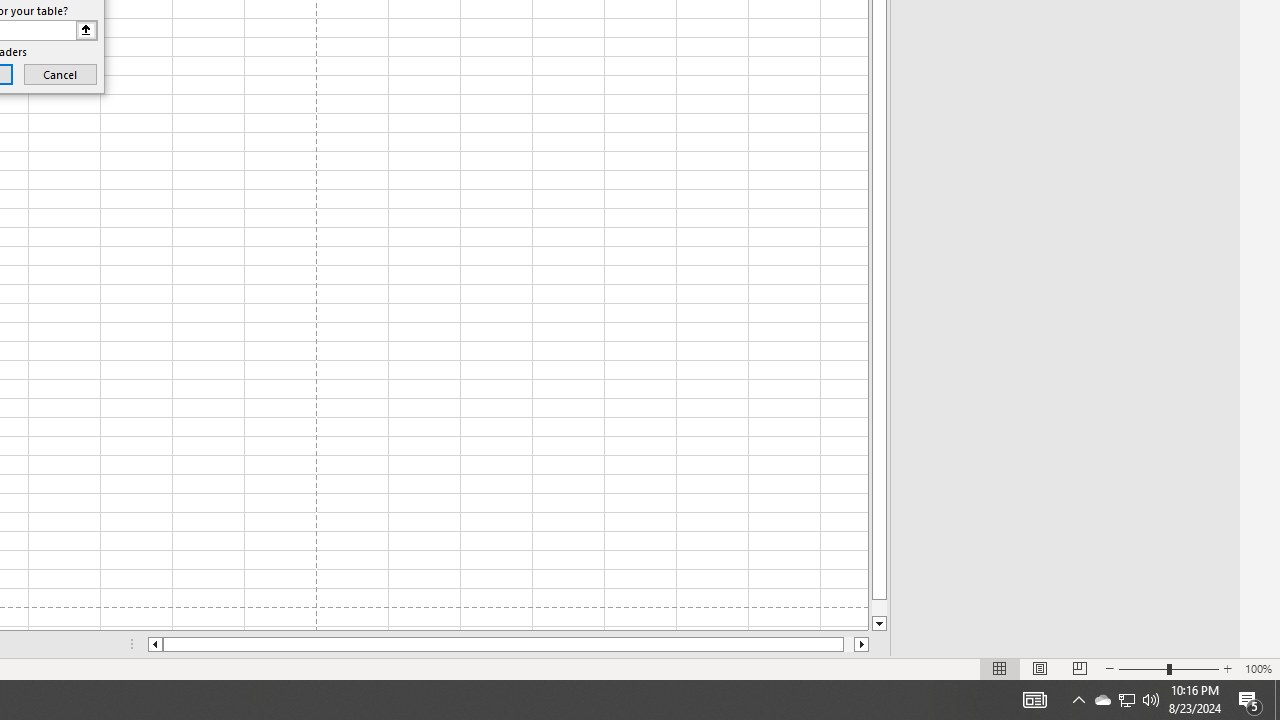 This screenshot has width=1280, height=720. What do you see at coordinates (1078, 669) in the screenshot?
I see `'Page Break Preview'` at bounding box center [1078, 669].